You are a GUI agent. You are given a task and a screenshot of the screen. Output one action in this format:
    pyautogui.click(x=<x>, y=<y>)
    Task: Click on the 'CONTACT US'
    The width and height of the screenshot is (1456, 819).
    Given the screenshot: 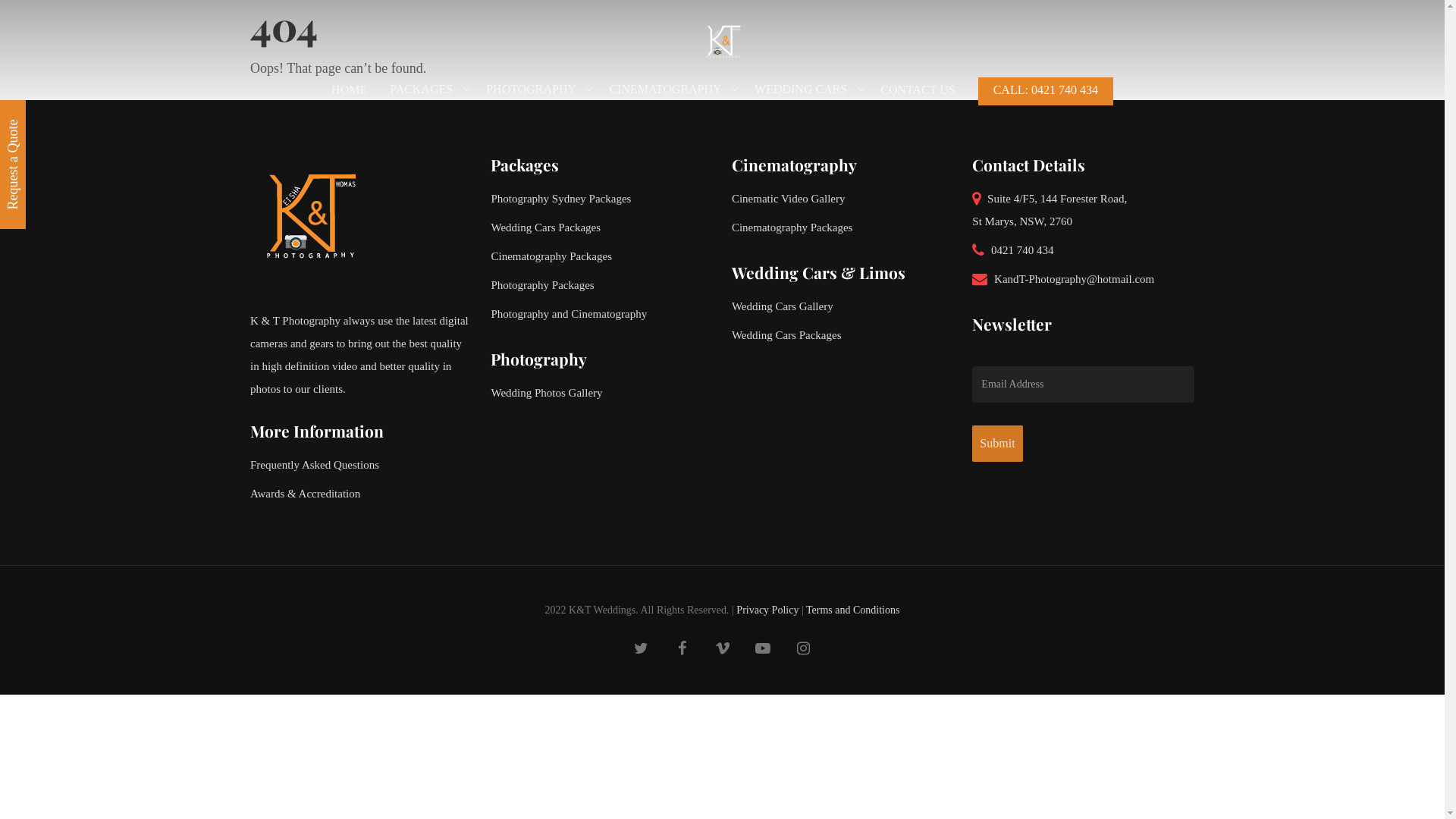 What is the action you would take?
    pyautogui.click(x=880, y=97)
    